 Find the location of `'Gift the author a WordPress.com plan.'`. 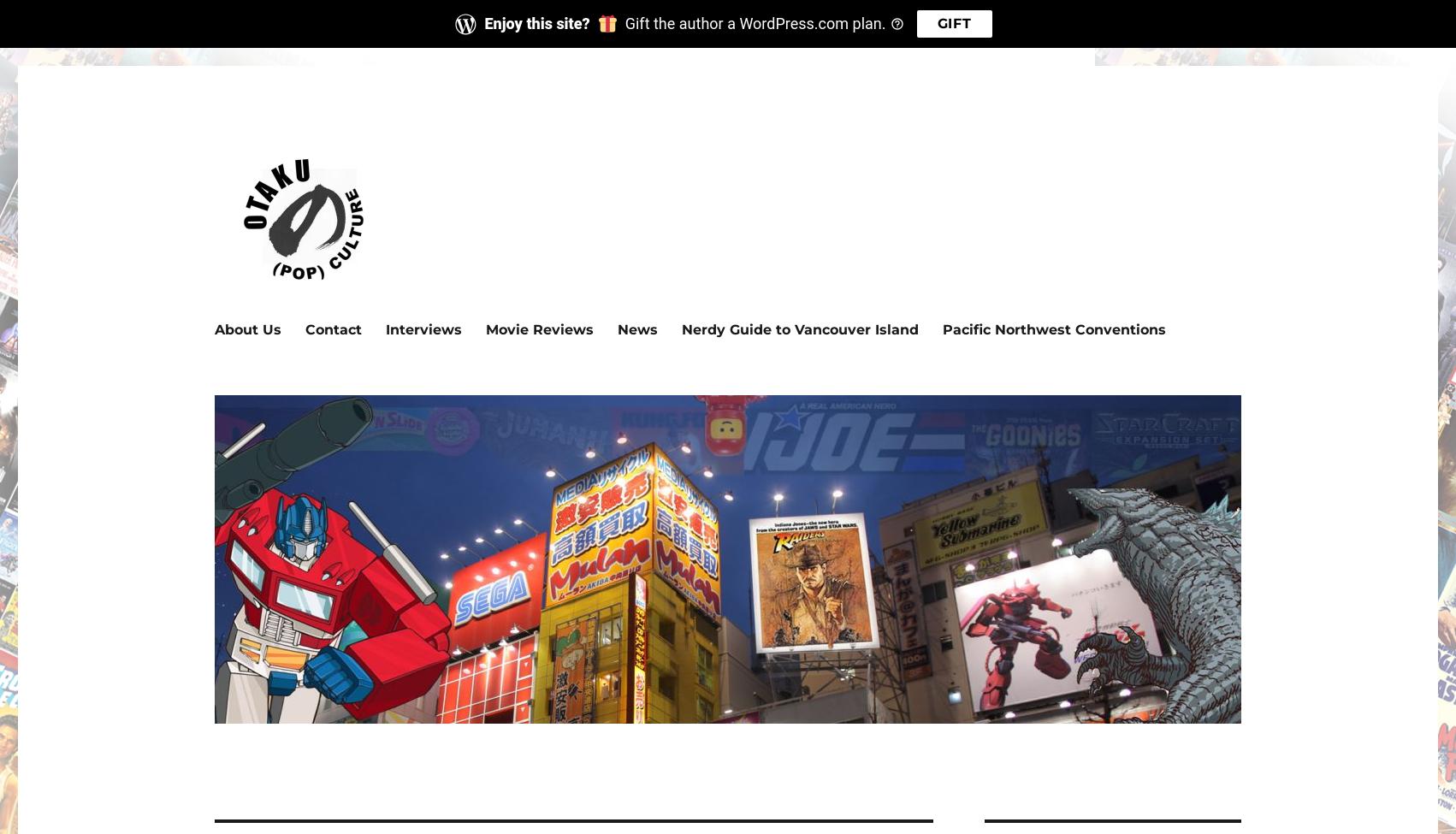

'Gift the author a WordPress.com plan.' is located at coordinates (755, 22).